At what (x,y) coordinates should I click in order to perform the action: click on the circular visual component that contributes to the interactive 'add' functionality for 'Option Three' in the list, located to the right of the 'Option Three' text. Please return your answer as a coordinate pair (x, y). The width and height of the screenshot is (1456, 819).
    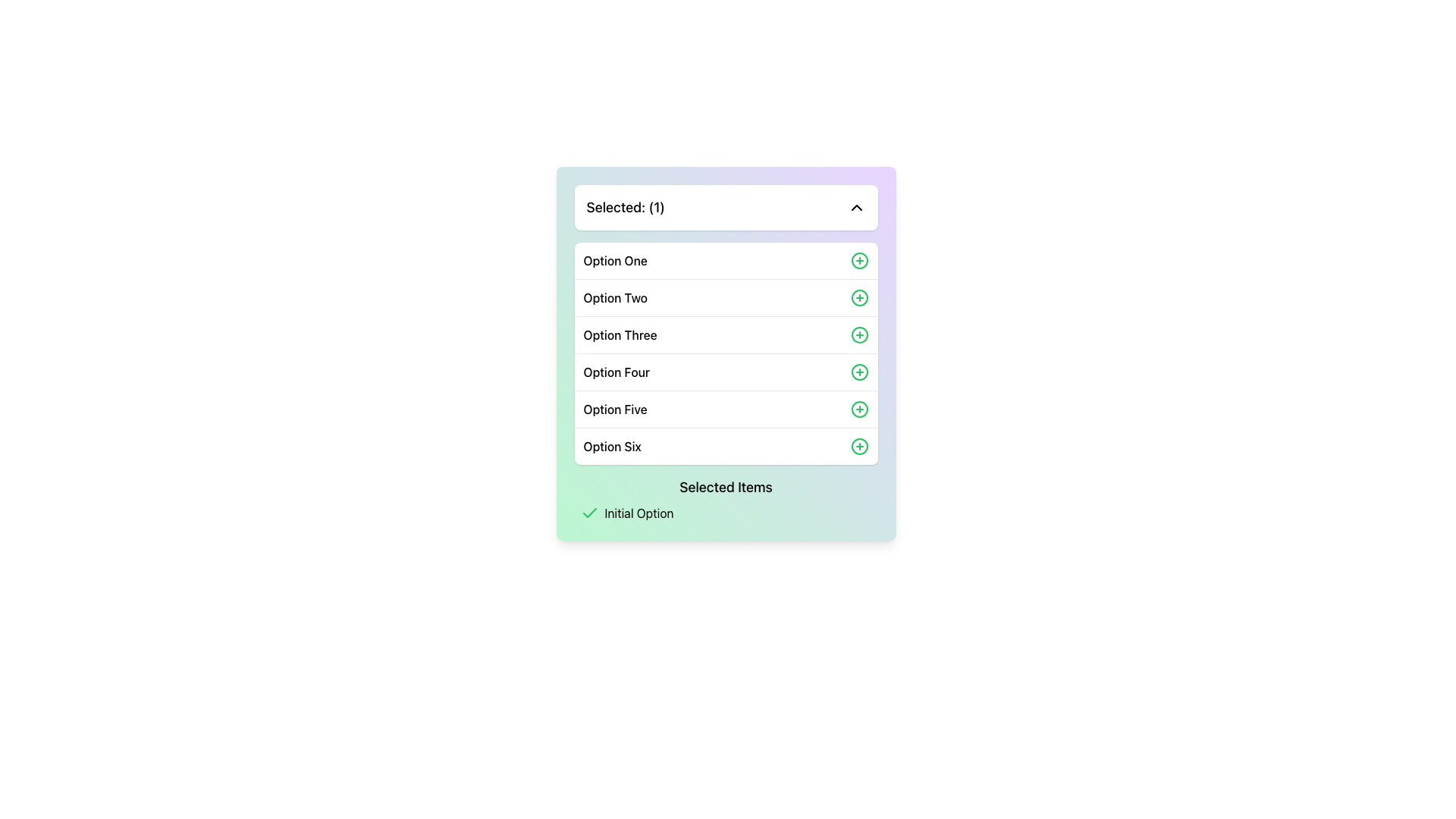
    Looking at the image, I should click on (859, 334).